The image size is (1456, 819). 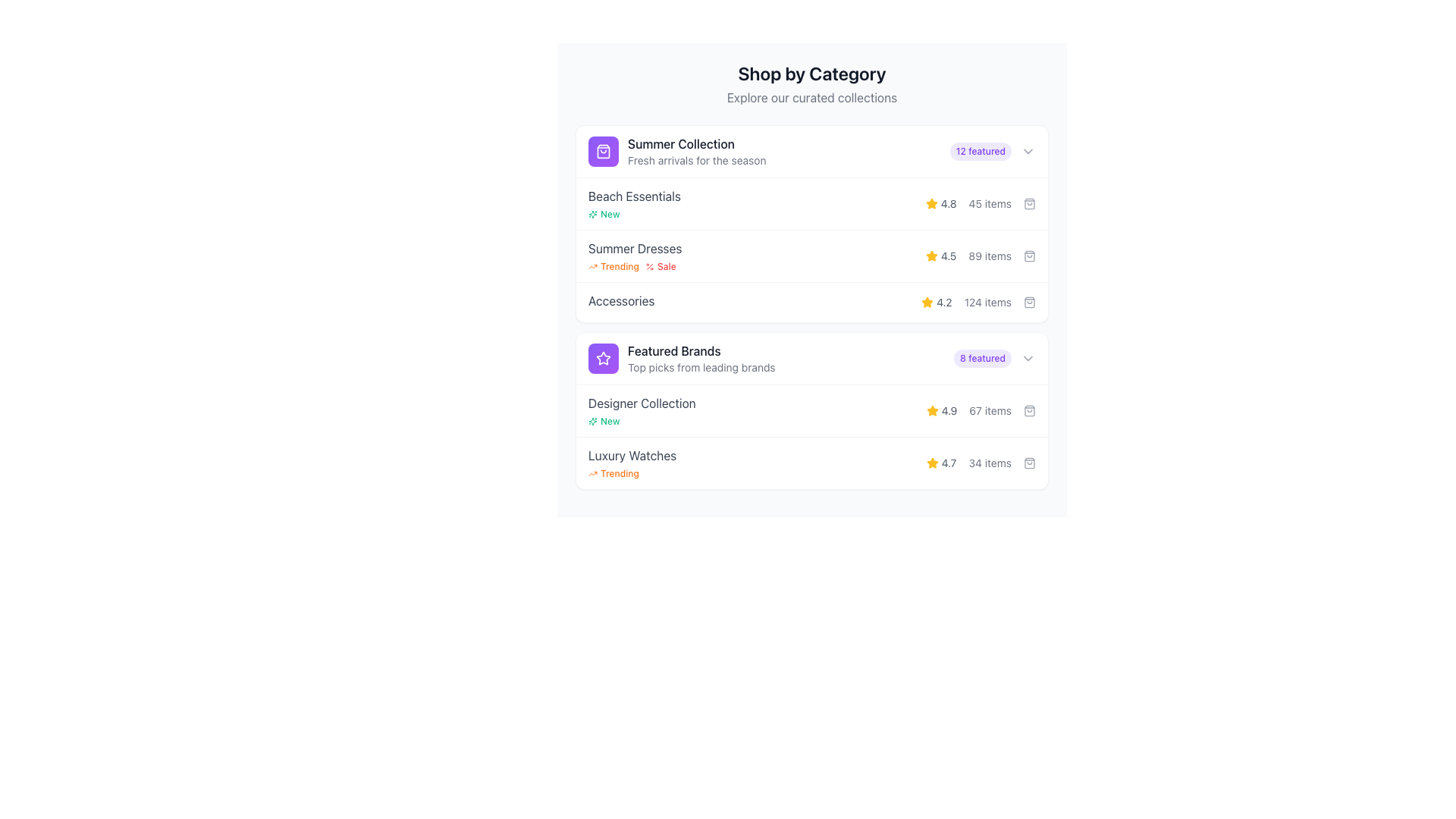 I want to click on the composite display element representing the 'Summer Dresses' product category, which includes the tags 'Trending' and 'Sale', so click(x=635, y=256).